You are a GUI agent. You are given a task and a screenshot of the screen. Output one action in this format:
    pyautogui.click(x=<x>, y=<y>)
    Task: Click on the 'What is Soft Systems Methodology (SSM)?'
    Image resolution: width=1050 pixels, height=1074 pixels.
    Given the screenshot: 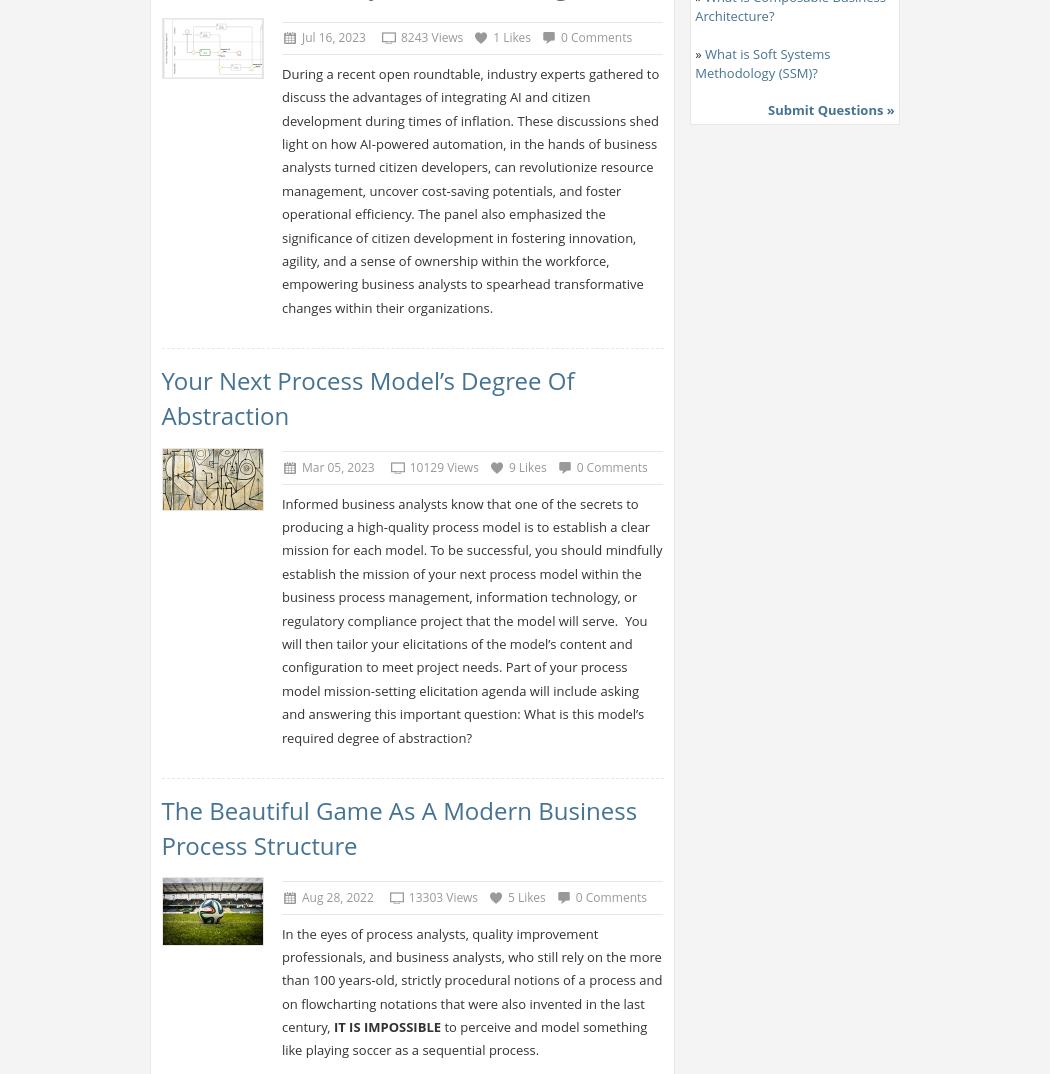 What is the action you would take?
    pyautogui.click(x=762, y=62)
    